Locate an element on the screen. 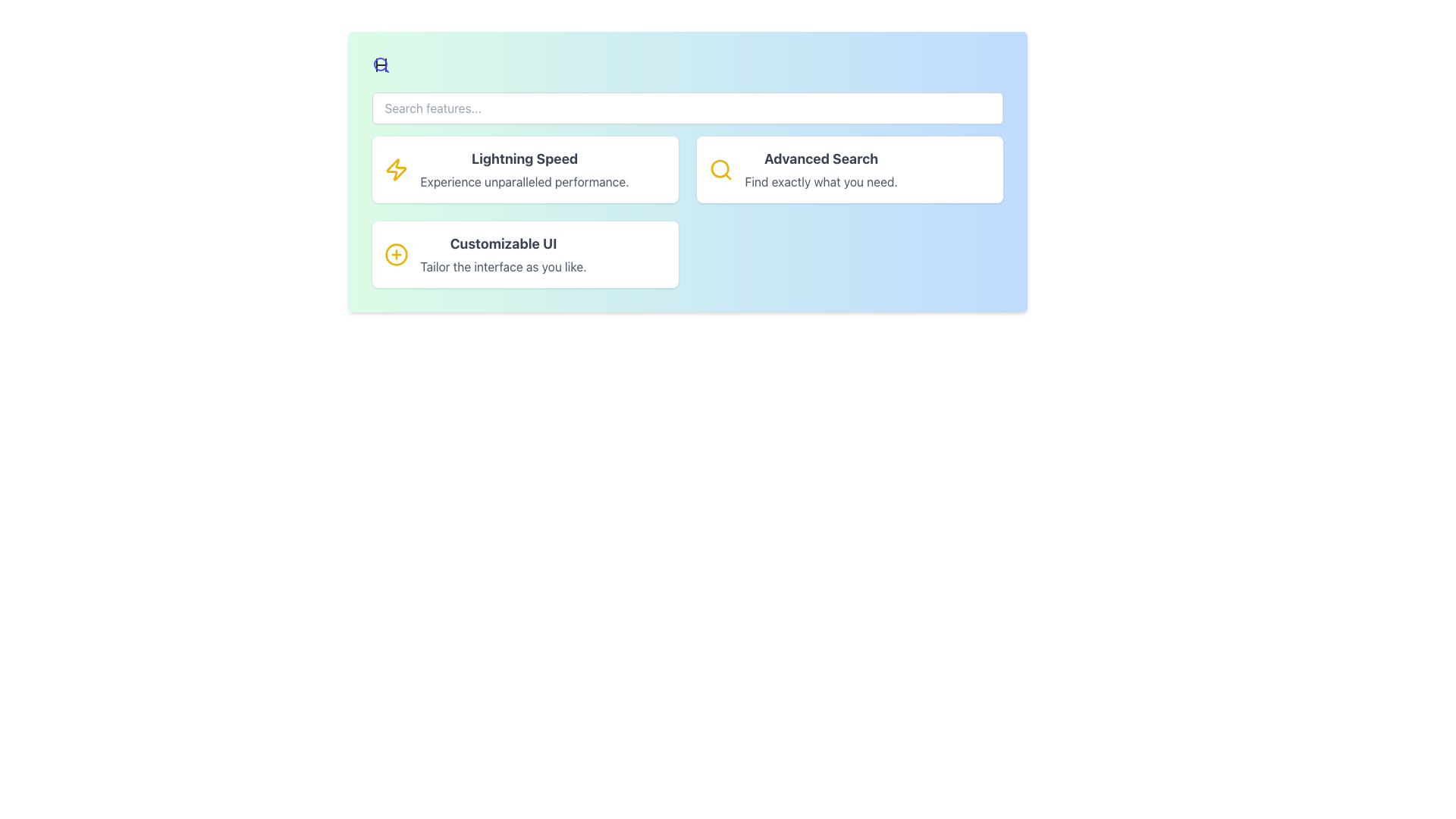 The height and width of the screenshot is (819, 1456). the 'Advanced Search' Feature Card, which is the middle card in a grid of three cards is located at coordinates (849, 169).